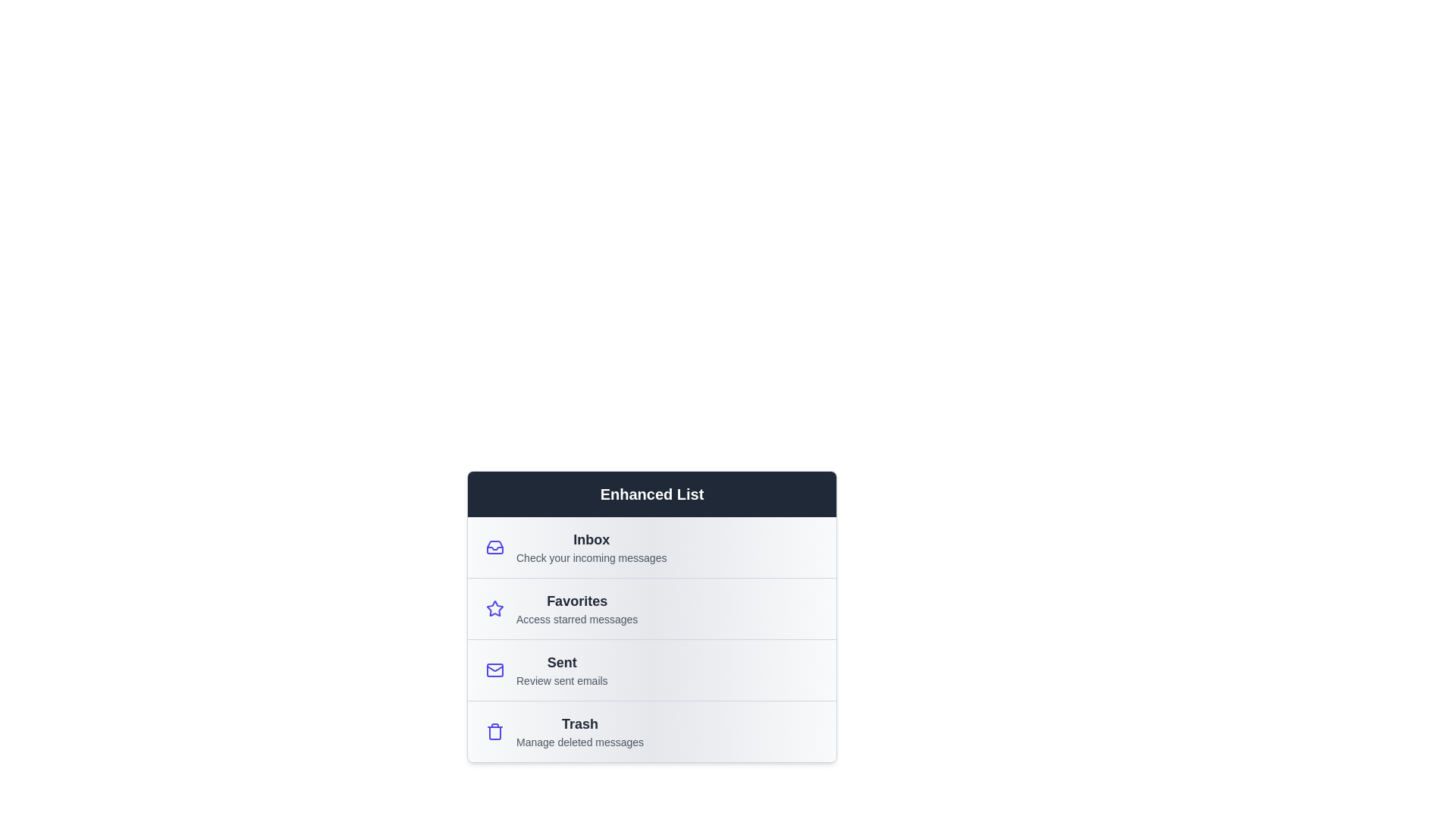 Image resolution: width=1456 pixels, height=819 pixels. What do you see at coordinates (576, 601) in the screenshot?
I see `the 'Favorites' text label located in the 'Enhanced List' menu, which is the second item from the top, positioned above 'Access starred messages' and below 'Inbox'` at bounding box center [576, 601].